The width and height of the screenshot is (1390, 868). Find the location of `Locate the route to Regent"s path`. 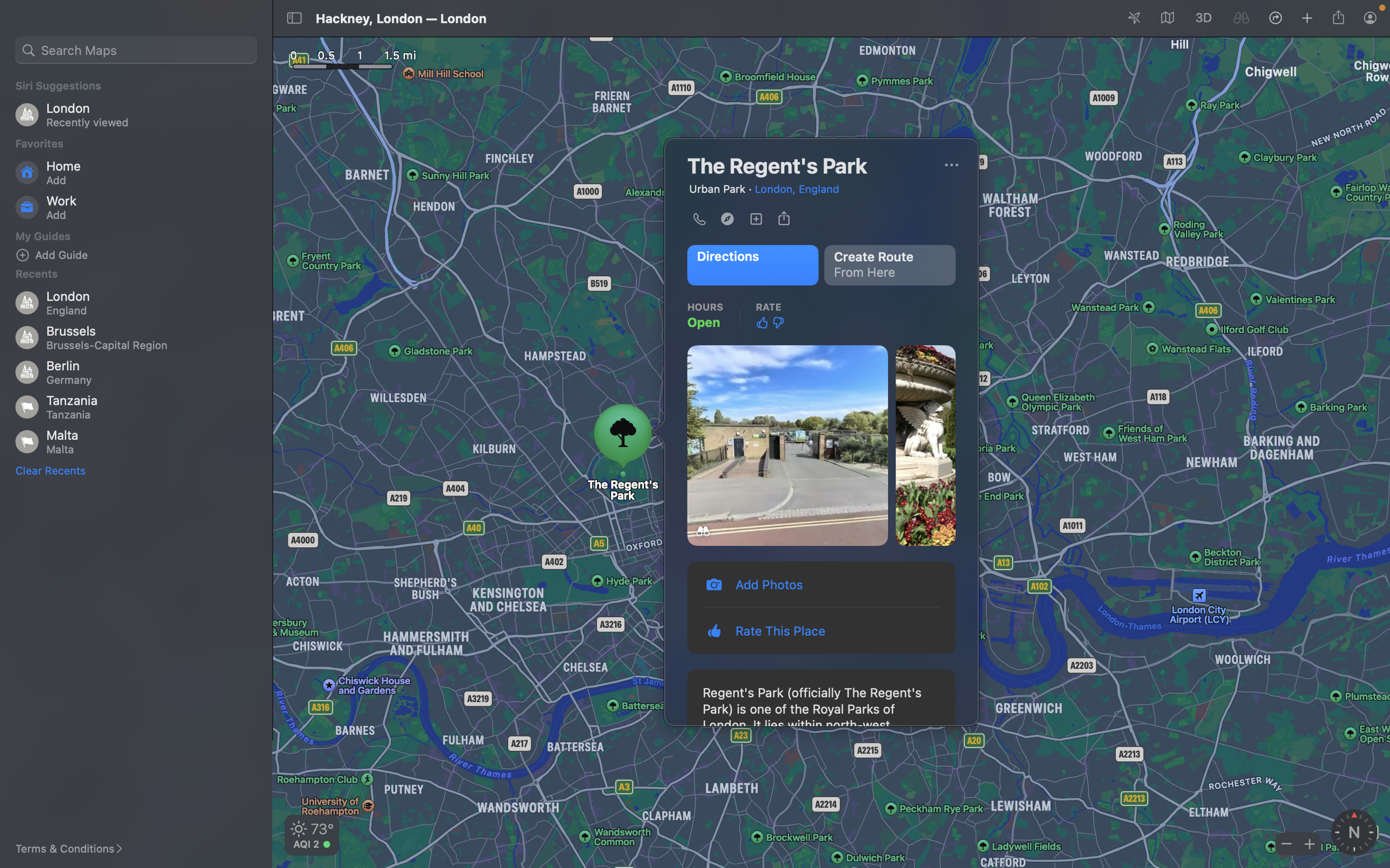

Locate the route to Regent"s path is located at coordinates (751, 265).